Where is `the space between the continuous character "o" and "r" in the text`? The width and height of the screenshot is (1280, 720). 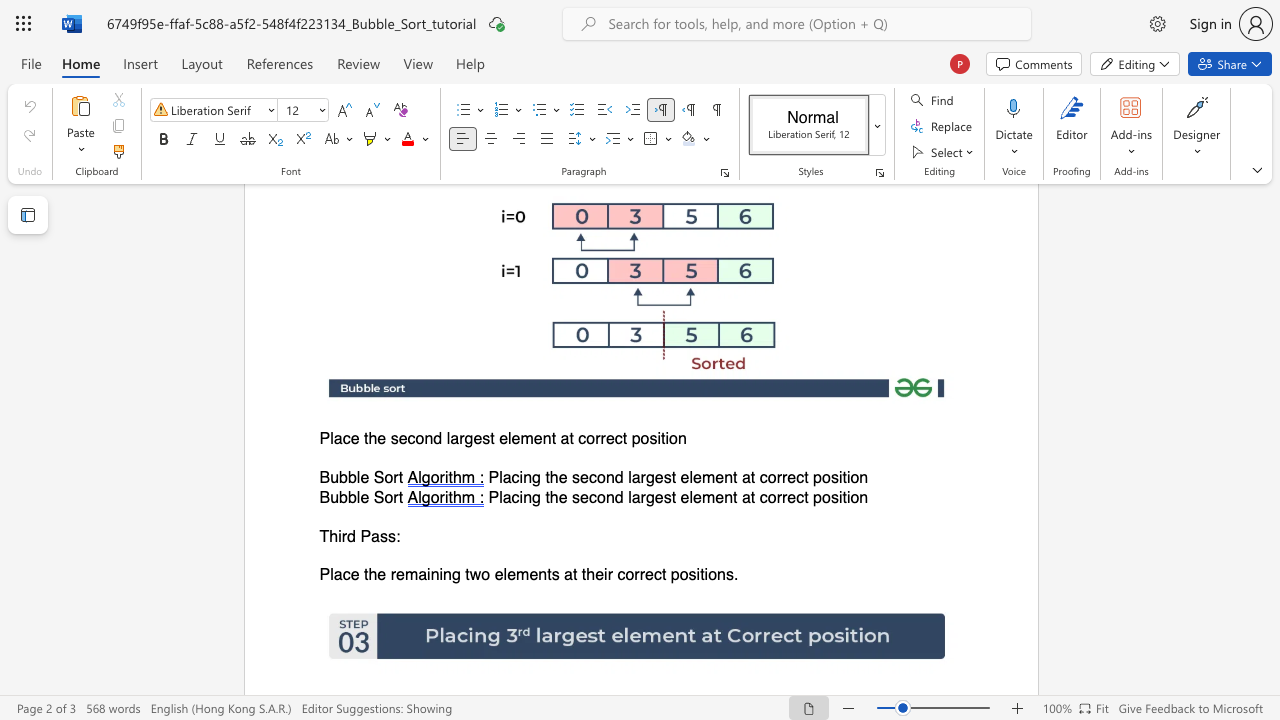
the space between the continuous character "o" and "r" in the text is located at coordinates (392, 478).